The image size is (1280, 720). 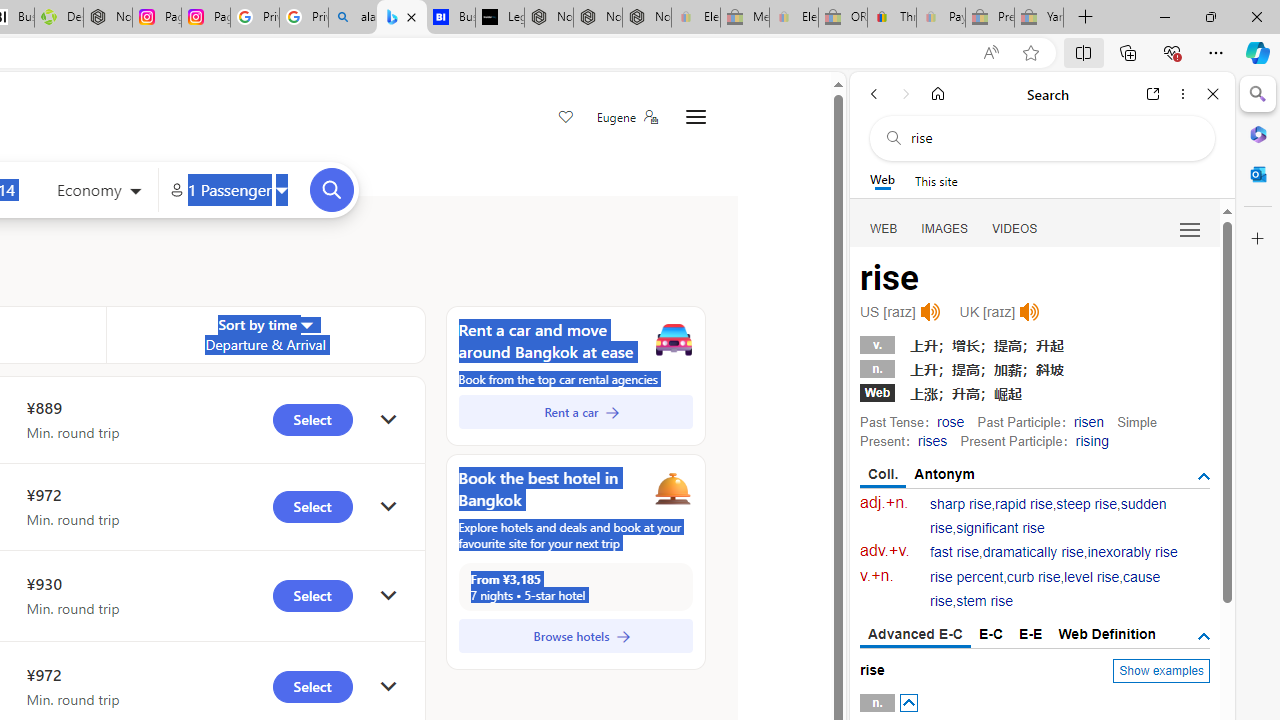 I want to click on 'Antonym', so click(x=944, y=474).